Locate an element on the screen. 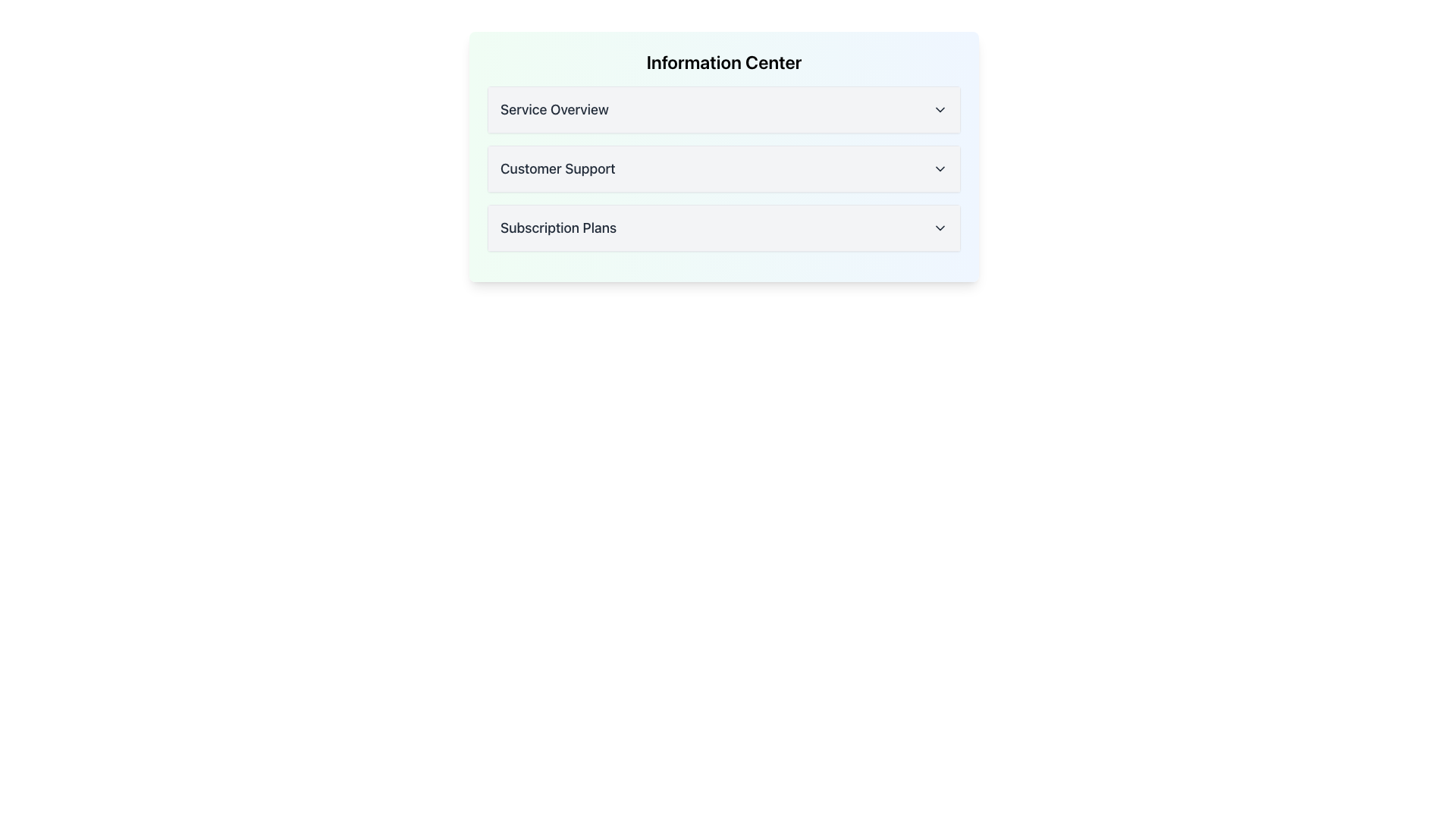 The width and height of the screenshot is (1456, 819). the collapsible list item titled 'Customer Support' within the 'Information Center' section is located at coordinates (723, 157).